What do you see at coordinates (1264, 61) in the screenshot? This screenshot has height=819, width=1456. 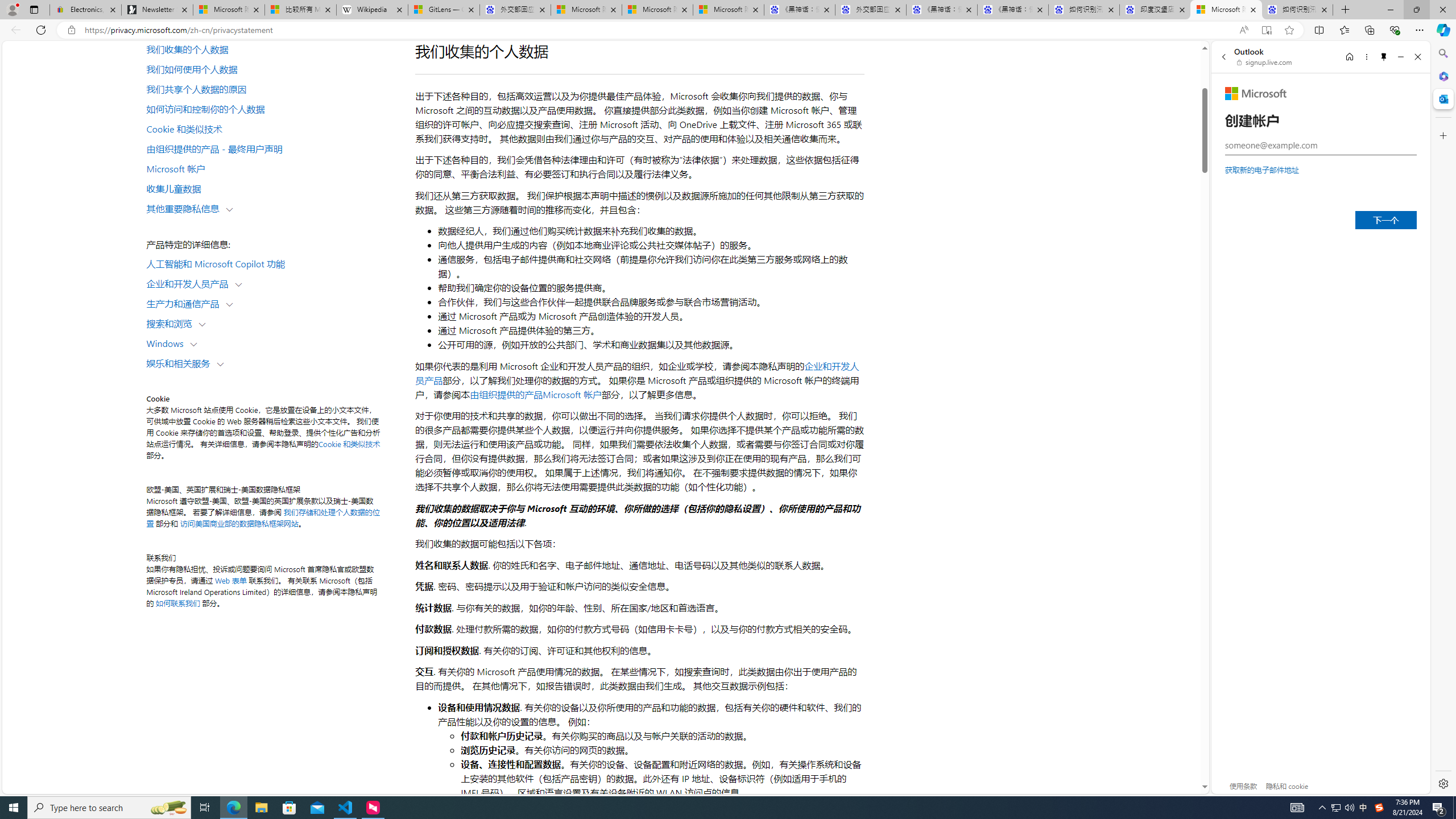 I see `'signup.live.com'` at bounding box center [1264, 61].